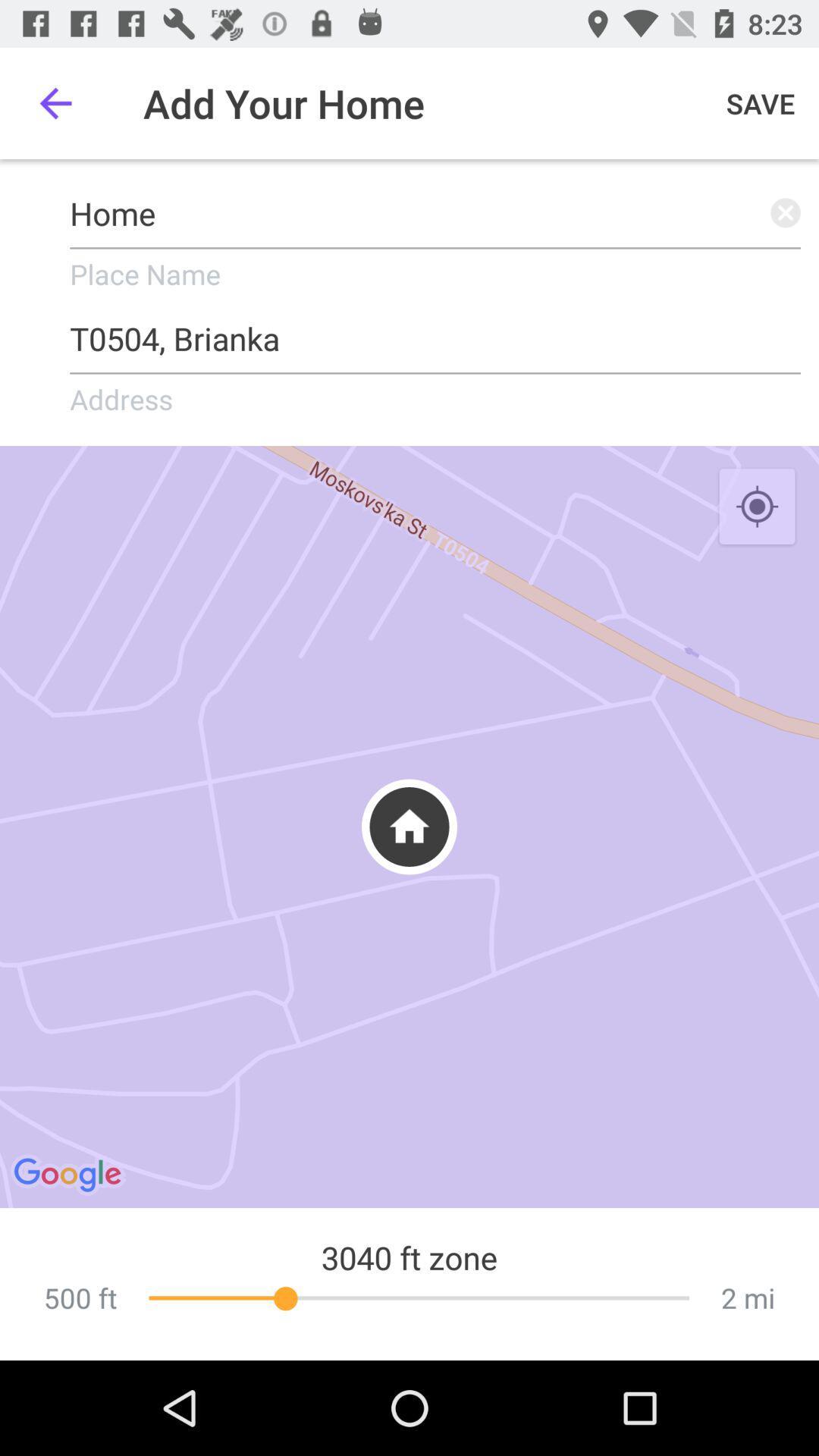 Image resolution: width=819 pixels, height=1456 pixels. What do you see at coordinates (55, 102) in the screenshot?
I see `the item above home` at bounding box center [55, 102].